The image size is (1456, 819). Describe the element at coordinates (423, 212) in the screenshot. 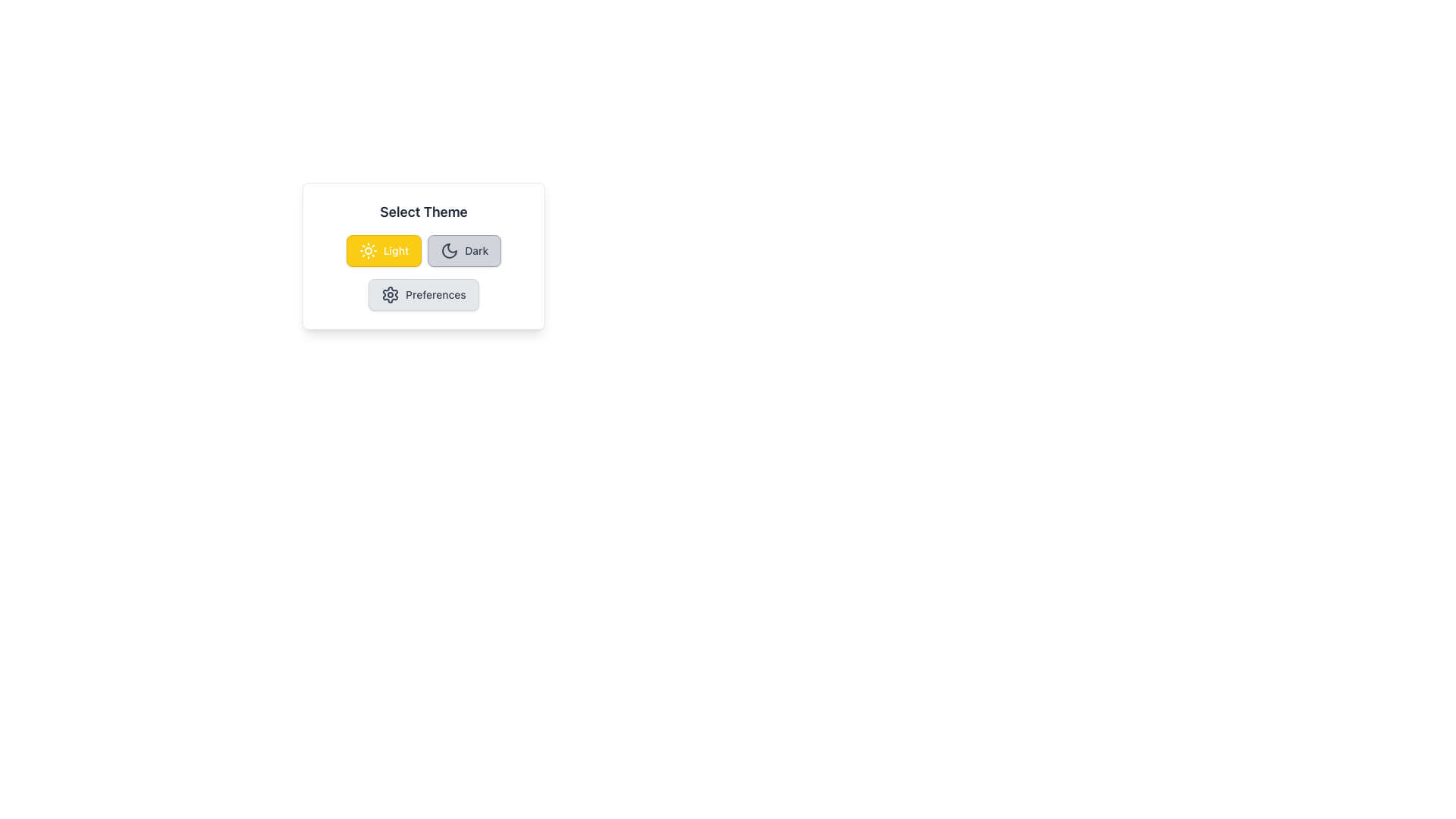

I see `the 'Select Theme' text label, which is prominently displayed in a large, bold font in dark gray color, located at the top of its containing card` at that location.